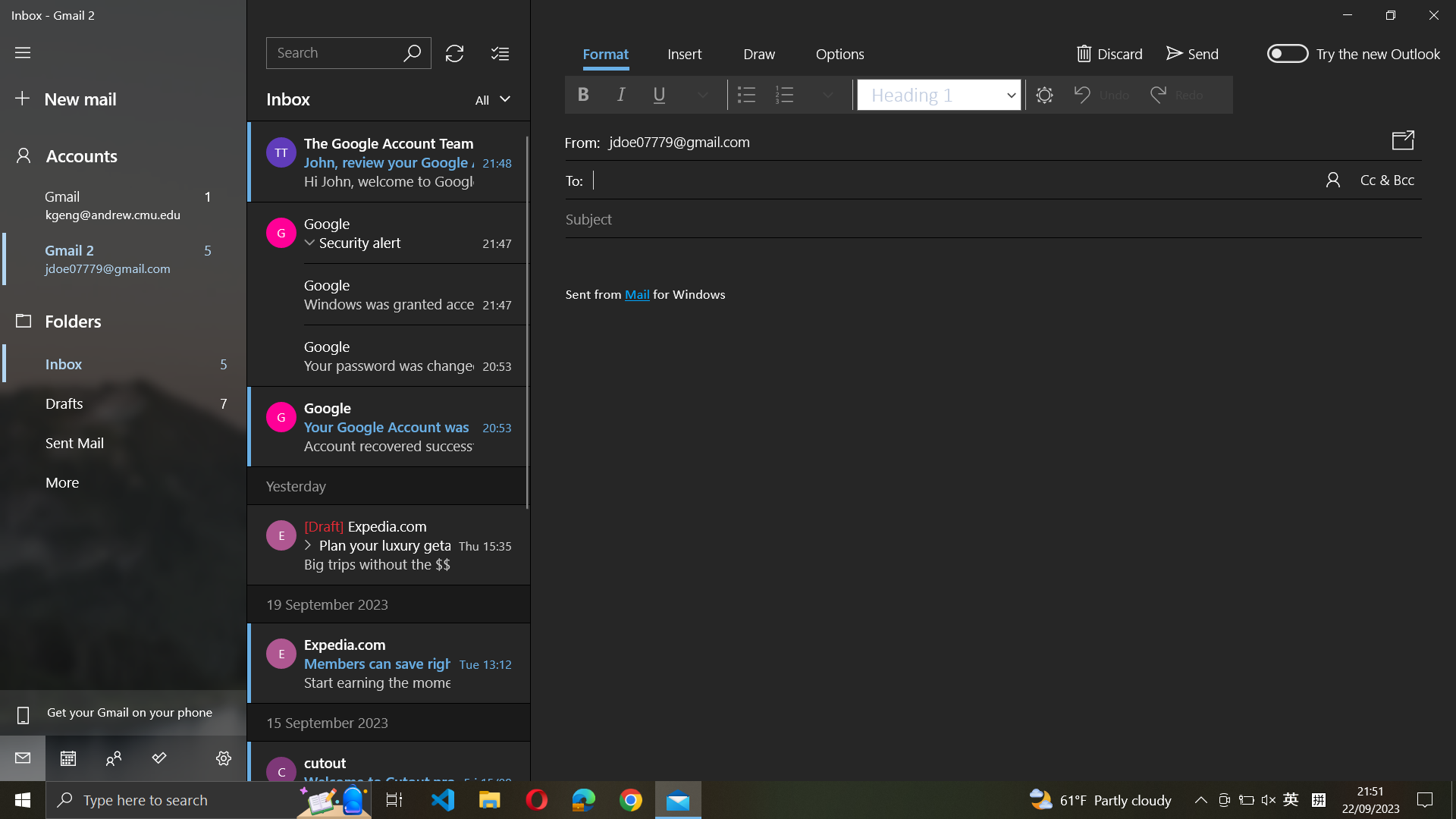  I want to click on Refresh inbox, so click(453, 52).